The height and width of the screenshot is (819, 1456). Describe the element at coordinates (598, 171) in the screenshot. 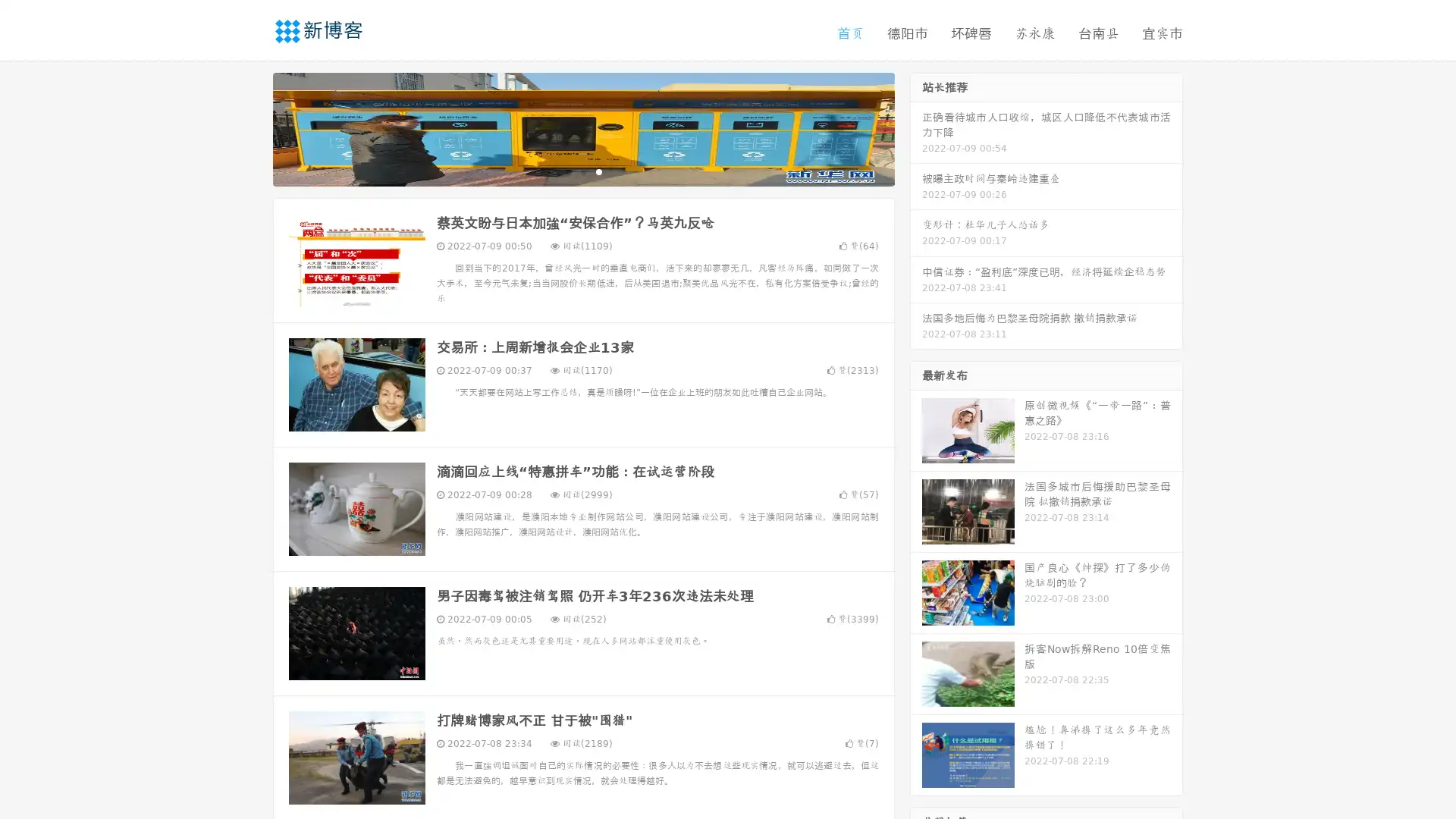

I see `Go to slide 3` at that location.